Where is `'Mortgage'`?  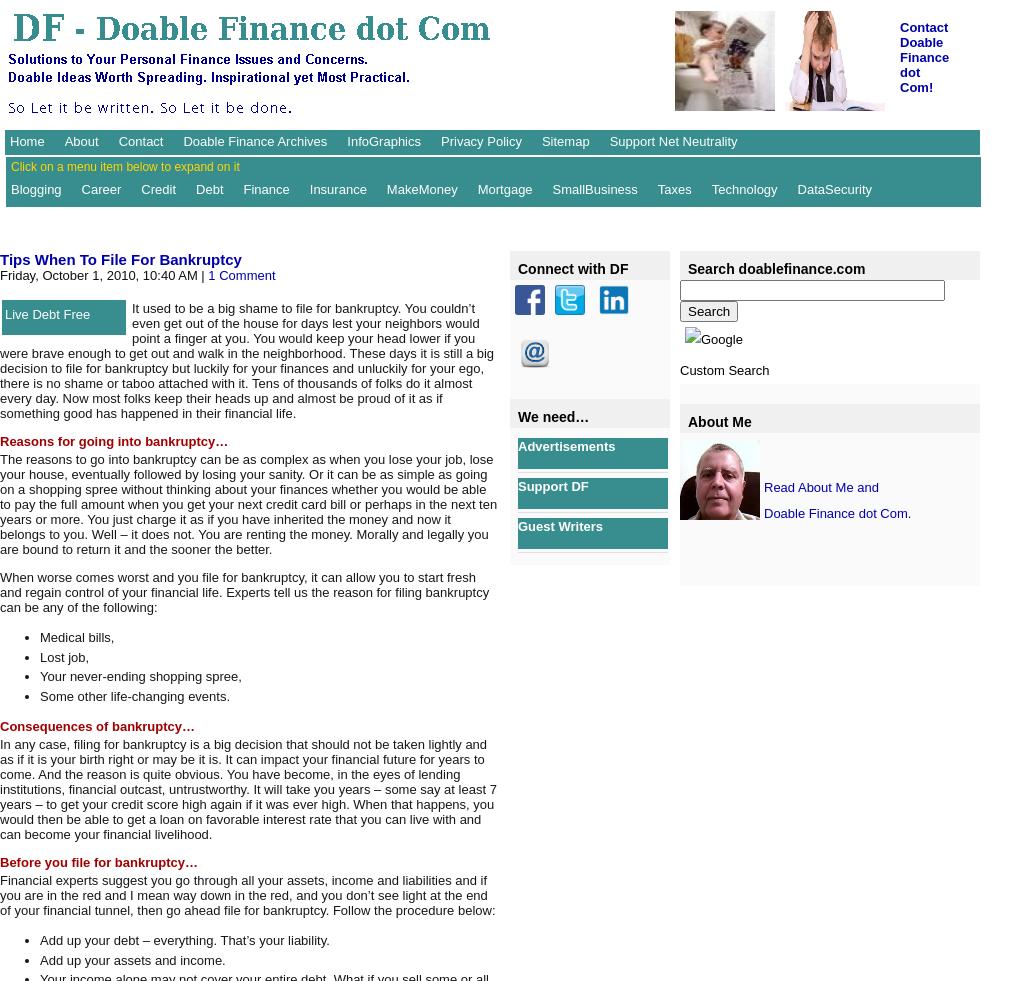 'Mortgage' is located at coordinates (504, 187).